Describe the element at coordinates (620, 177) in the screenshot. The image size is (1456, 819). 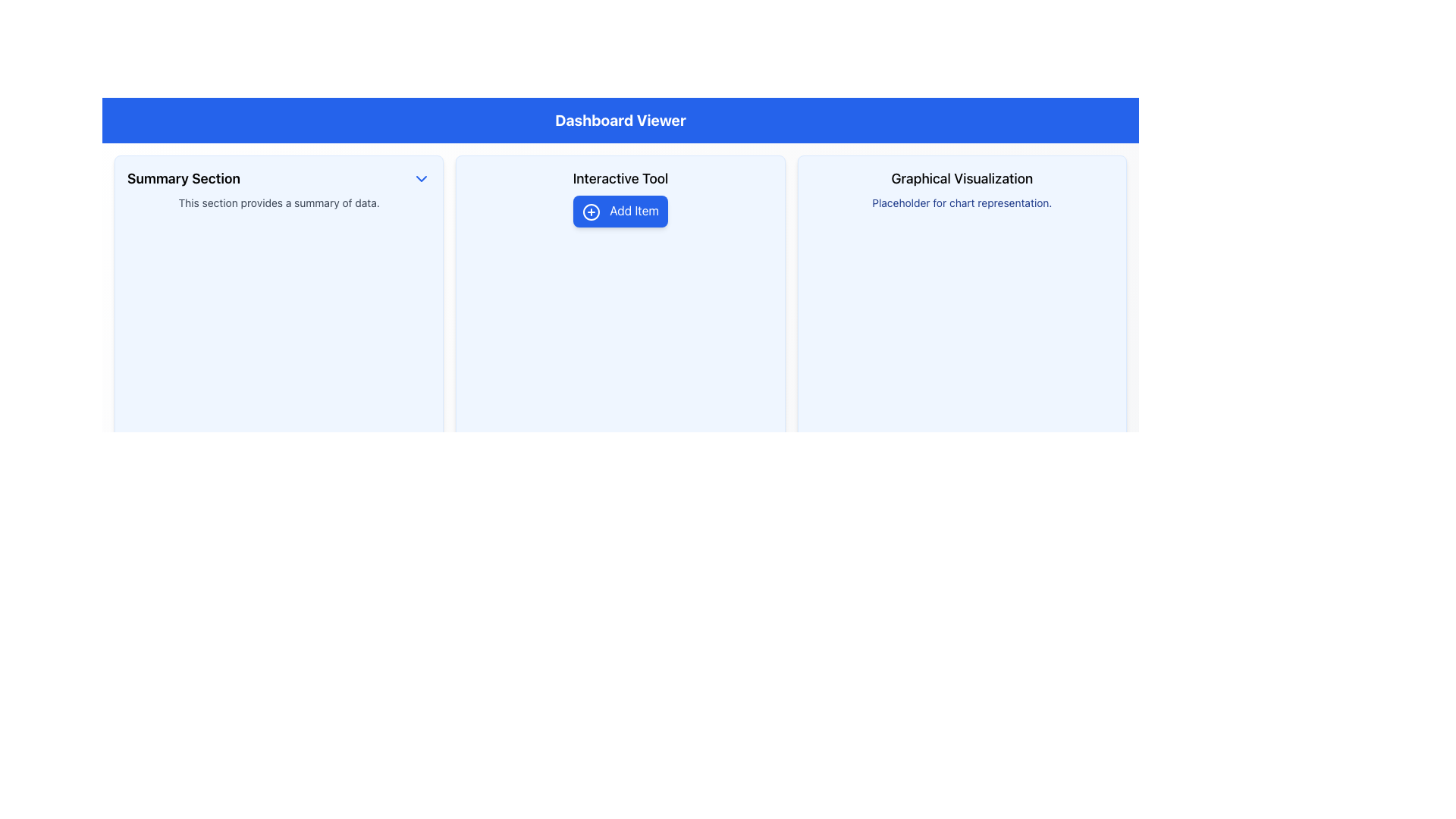
I see `the text label that serves as a title or header for its containing section, positioned above the 'Add Item' button in the Dashboard Viewer section` at that location.